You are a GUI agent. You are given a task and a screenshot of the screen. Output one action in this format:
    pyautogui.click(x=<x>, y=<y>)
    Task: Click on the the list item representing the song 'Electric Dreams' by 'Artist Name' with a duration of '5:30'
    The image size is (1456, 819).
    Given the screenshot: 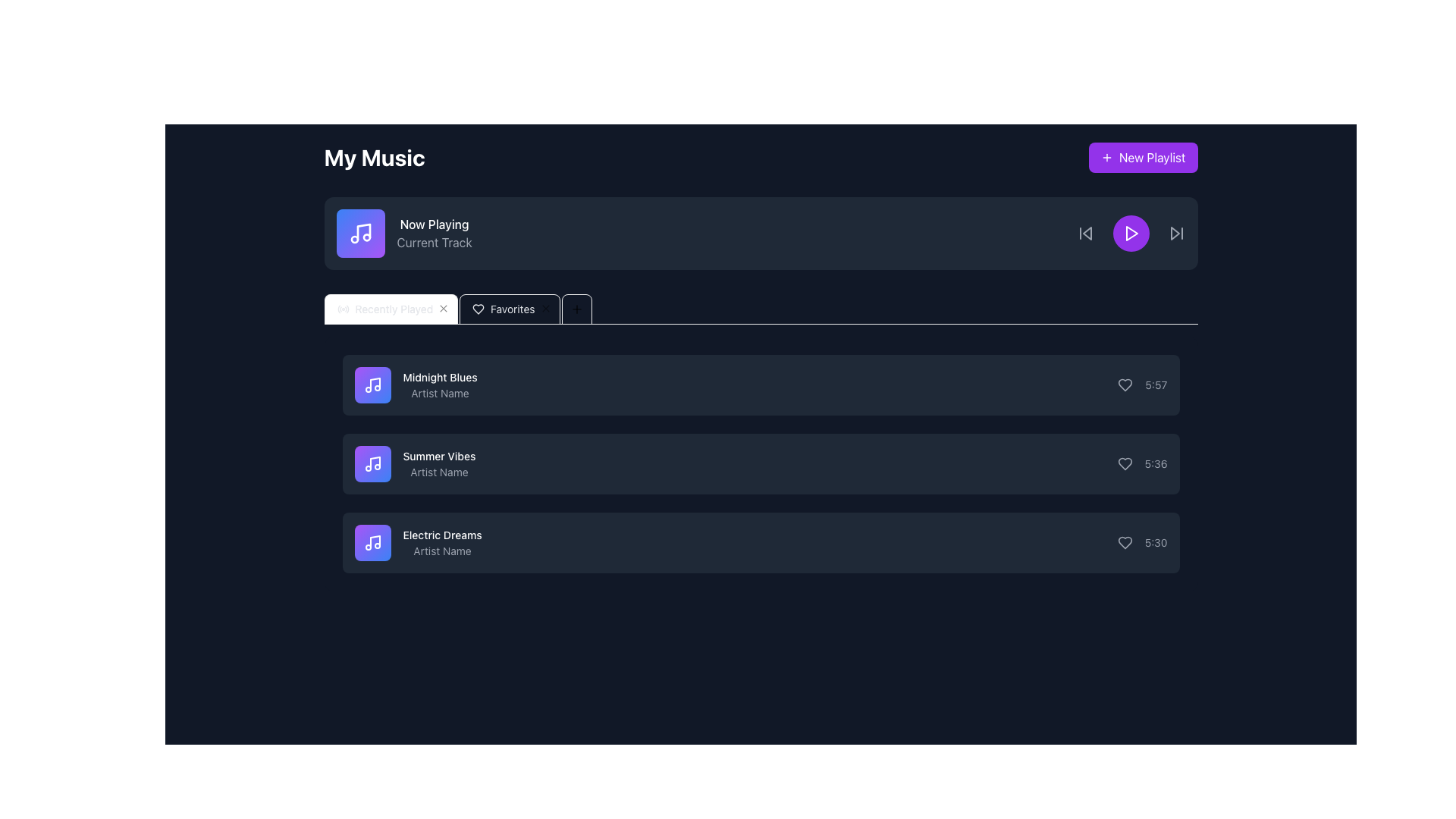 What is the action you would take?
    pyautogui.click(x=761, y=542)
    